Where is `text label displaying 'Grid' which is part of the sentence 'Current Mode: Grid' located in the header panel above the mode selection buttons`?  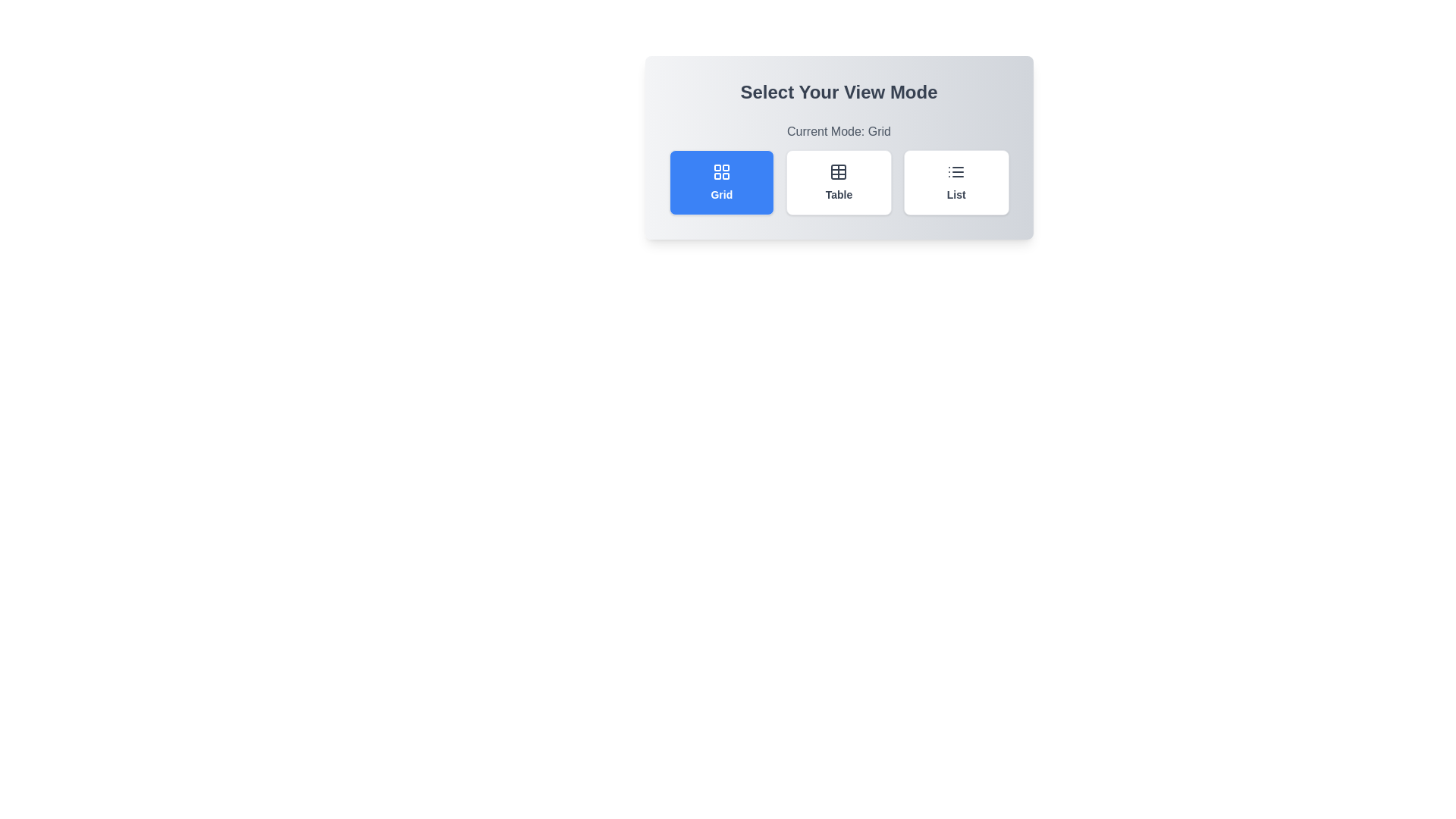 text label displaying 'Grid' which is part of the sentence 'Current Mode: Grid' located in the header panel above the mode selection buttons is located at coordinates (879, 130).